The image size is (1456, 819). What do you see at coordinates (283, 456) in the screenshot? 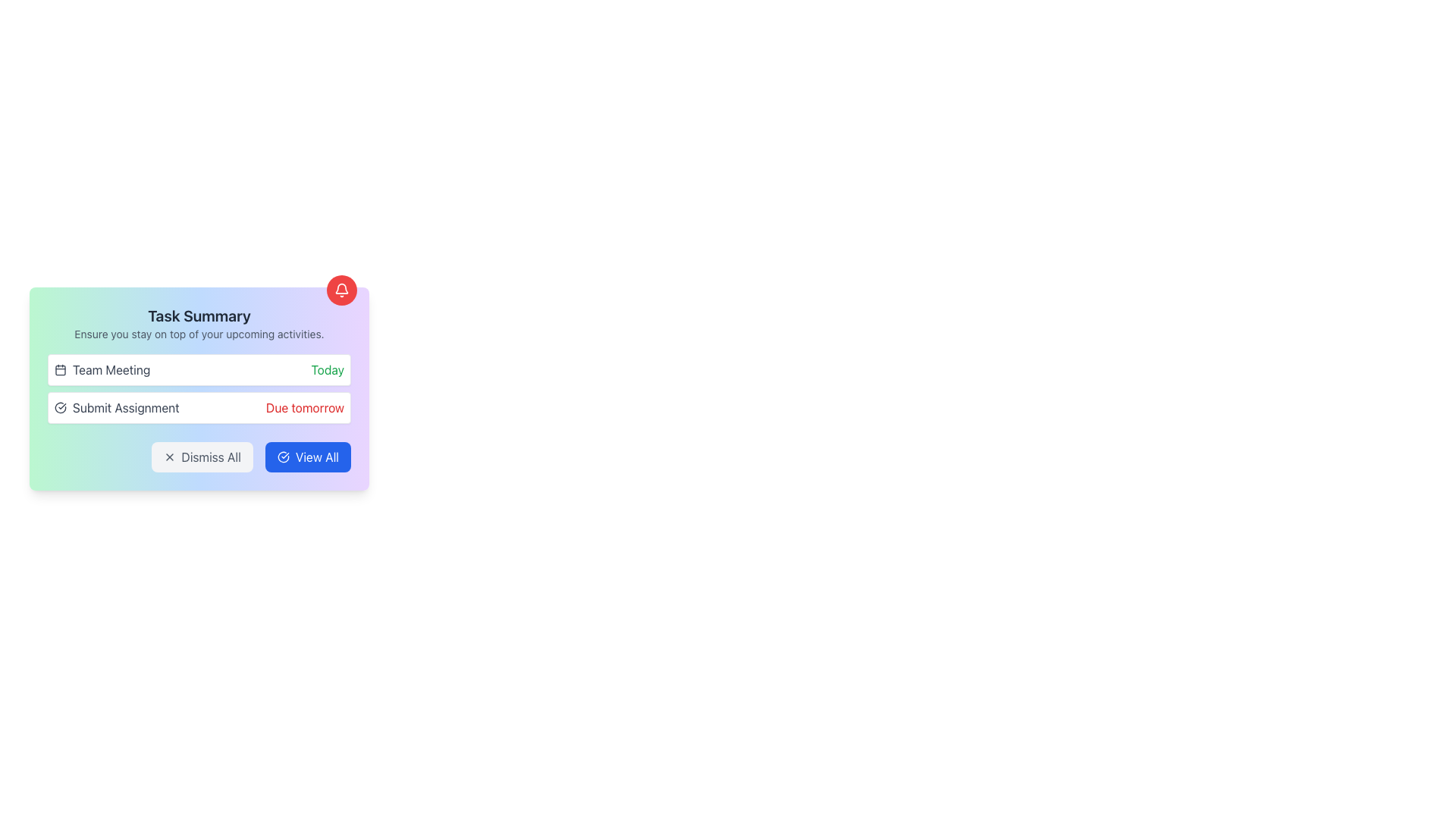
I see `the confirmatory icon located to the left of the 'View All' button at the bottom-right corner of the task summary card` at bounding box center [283, 456].